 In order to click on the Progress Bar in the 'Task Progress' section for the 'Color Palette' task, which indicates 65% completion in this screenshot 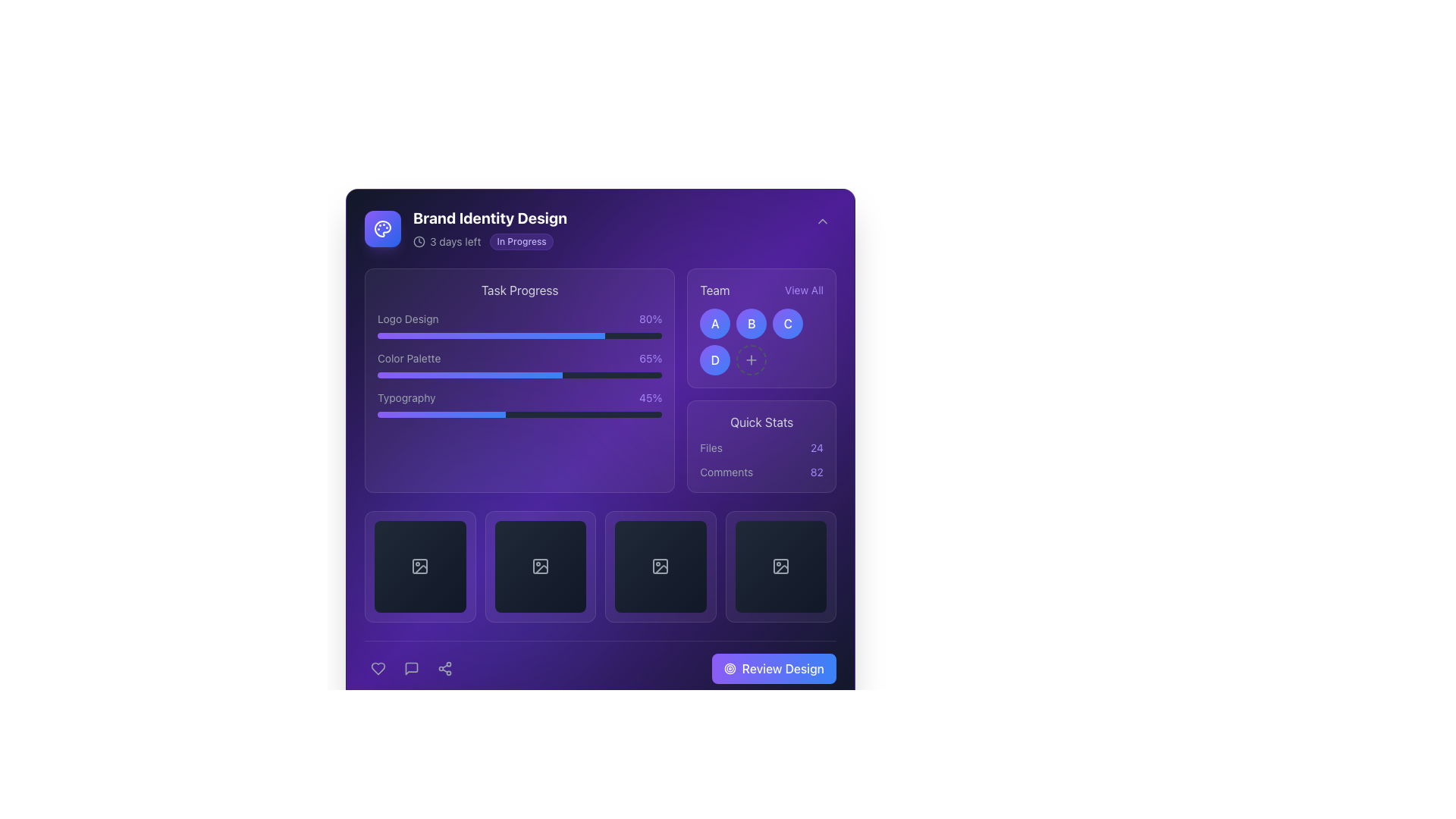, I will do `click(469, 375)`.